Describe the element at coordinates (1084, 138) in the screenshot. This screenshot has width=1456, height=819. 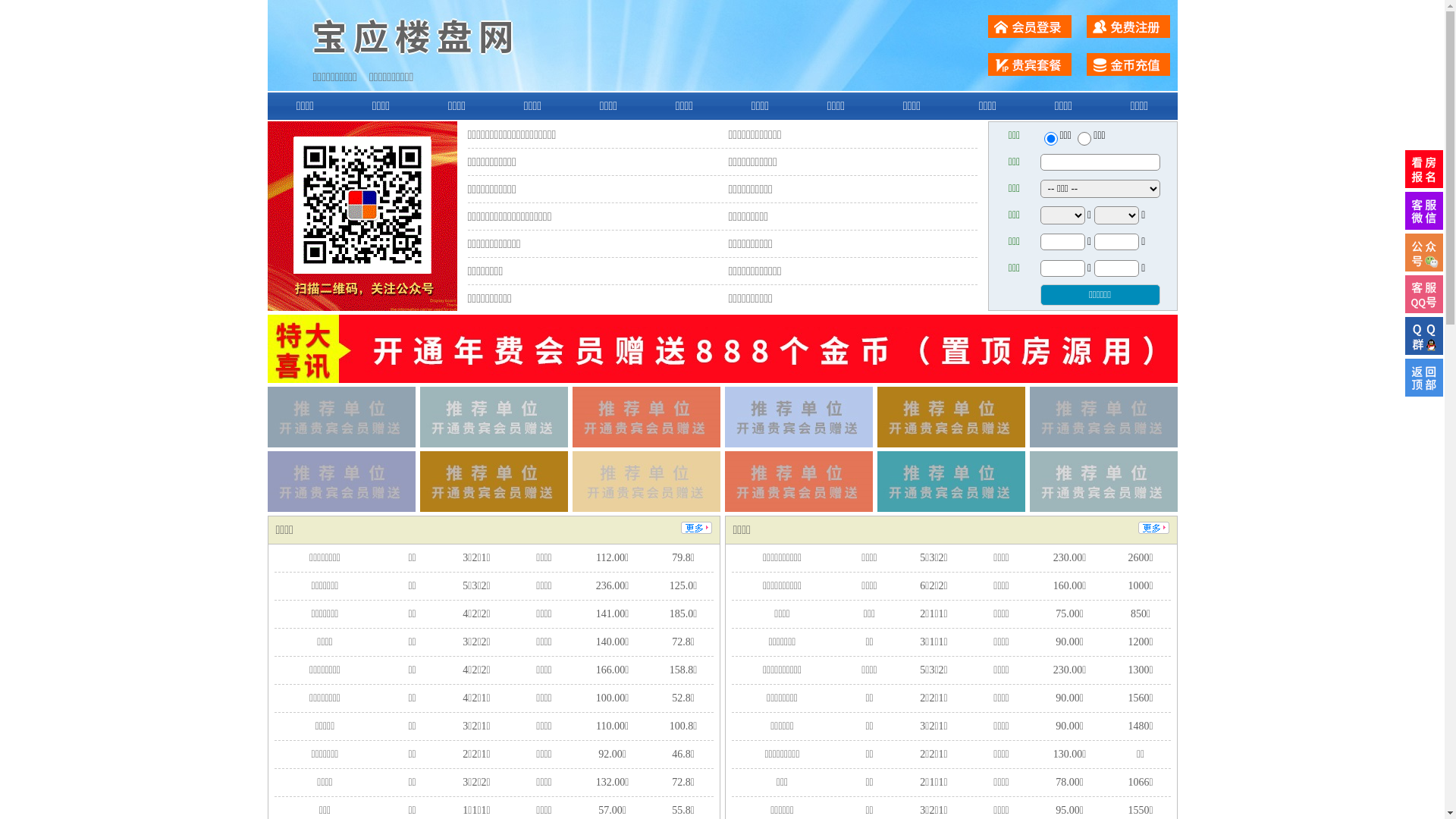
I see `'chuzu'` at that location.